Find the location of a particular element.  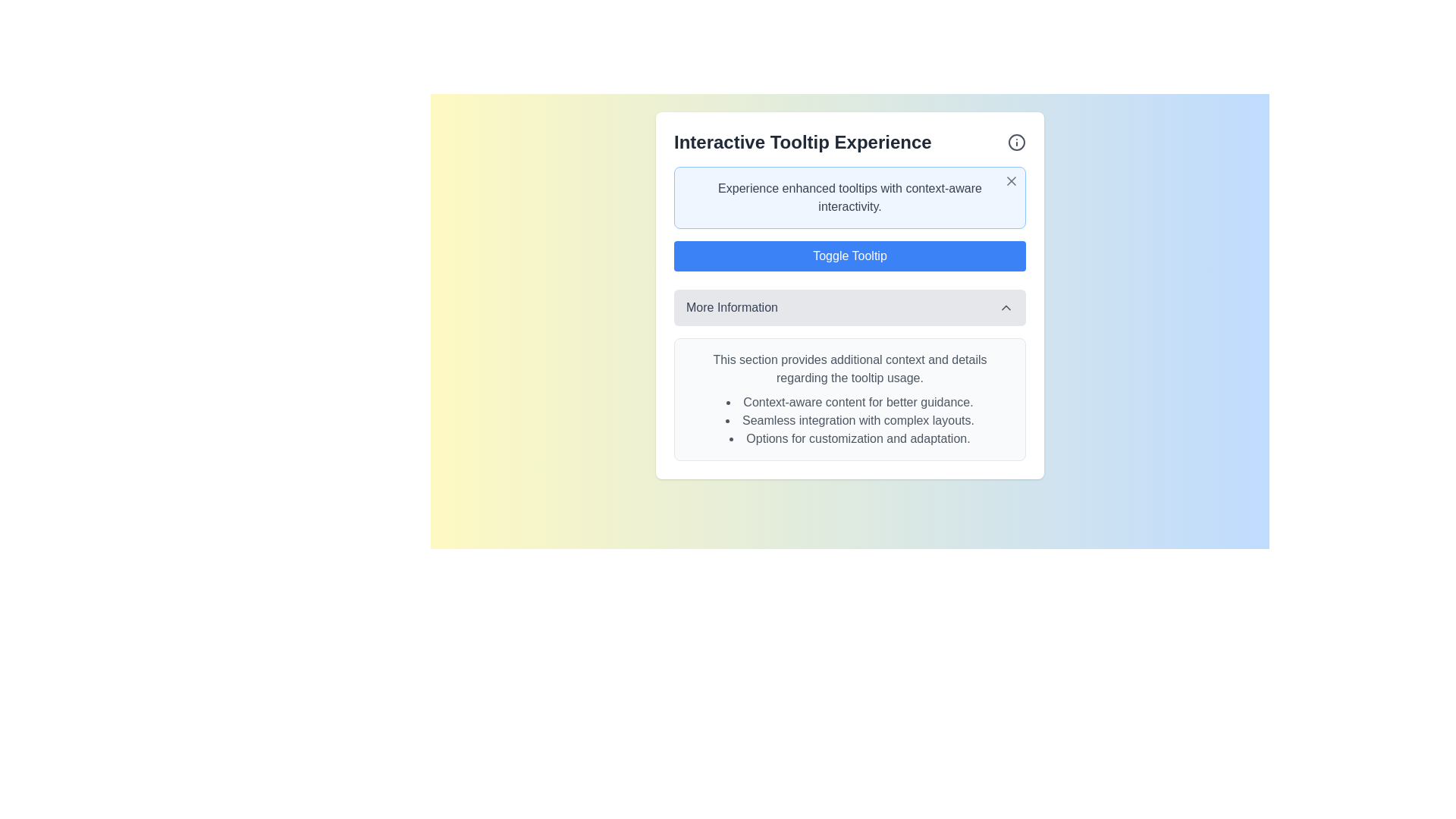

the text label displaying 'This section provides additional context and details regarding the tooltip usage.' located in the 'More Information' section is located at coordinates (850, 369).